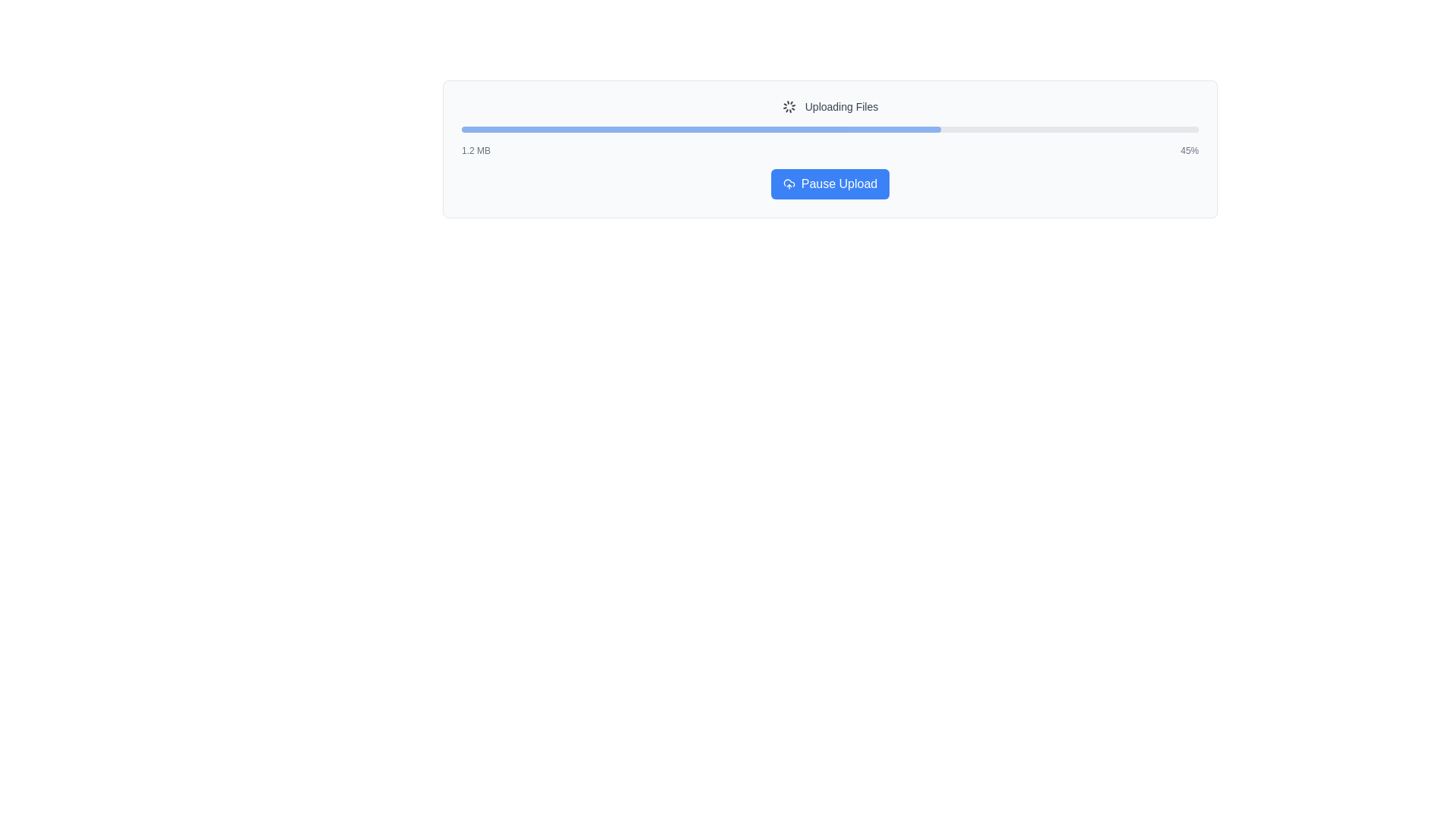  I want to click on the status text label indicating that files are in the process of being uploaded, which is located above the progress bar and next to a spinning loader icon, so click(840, 106).